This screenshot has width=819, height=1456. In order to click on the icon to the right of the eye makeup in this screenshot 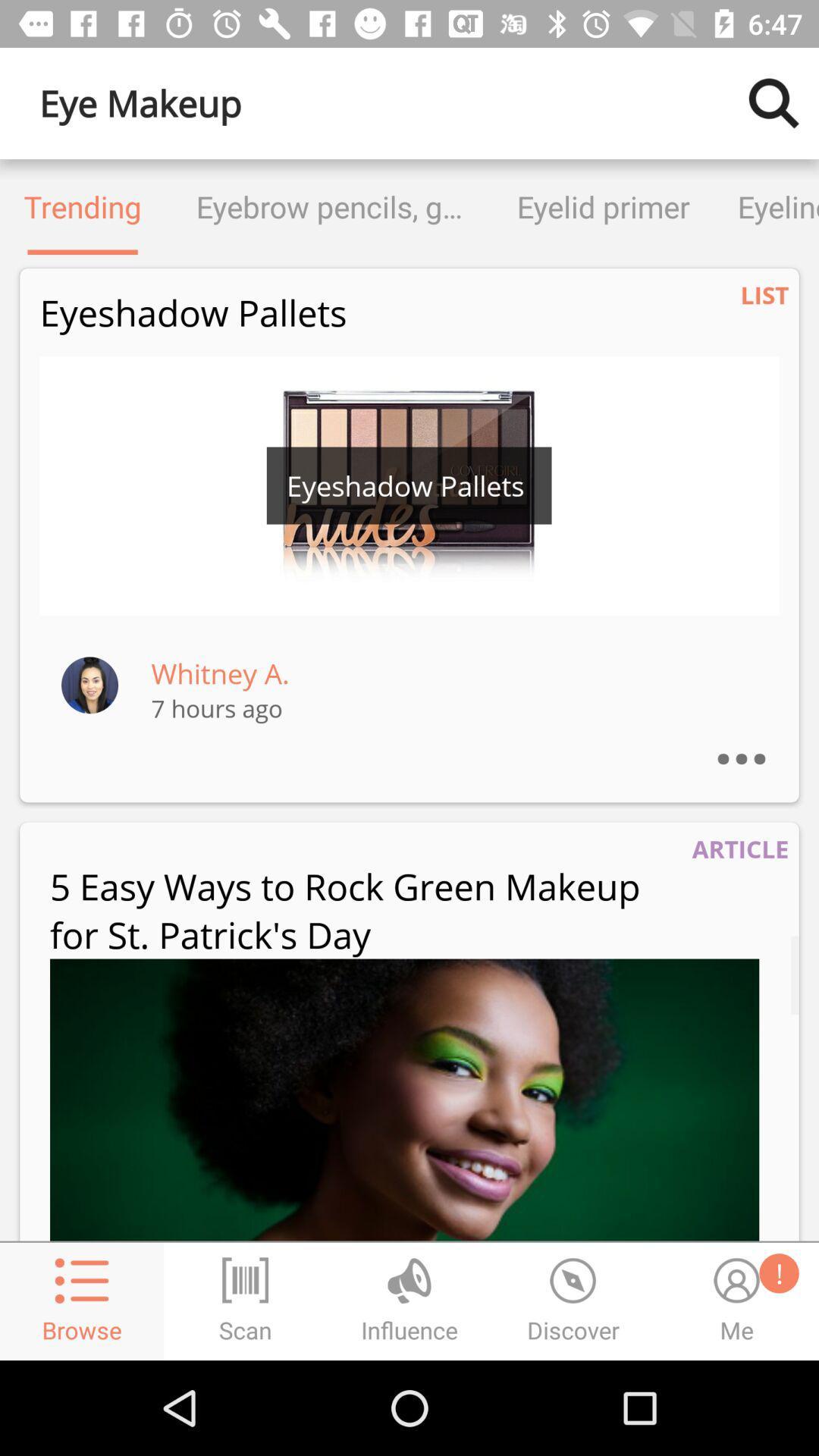, I will do `click(773, 102)`.